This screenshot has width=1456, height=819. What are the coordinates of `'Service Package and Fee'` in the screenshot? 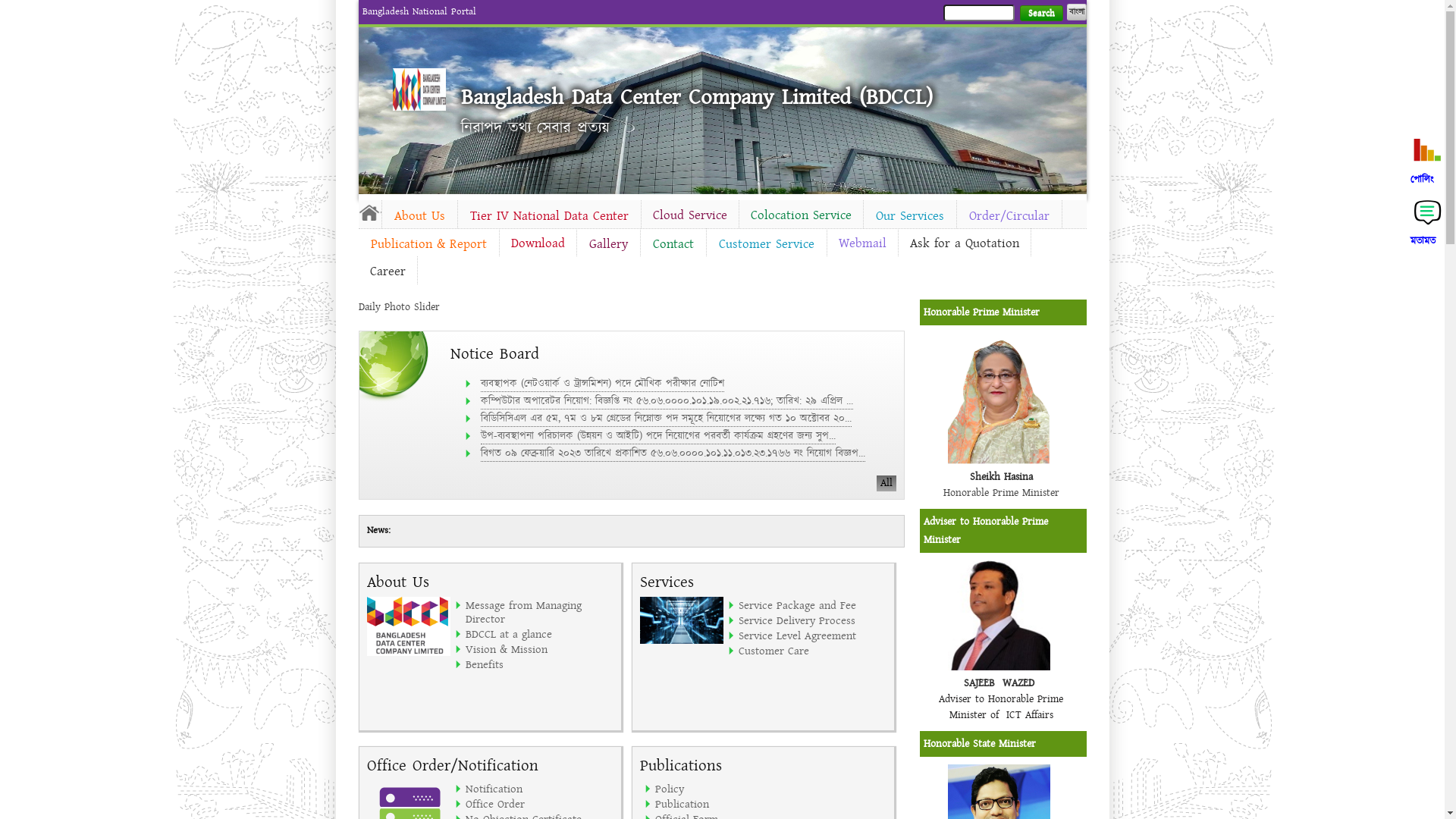 It's located at (739, 604).